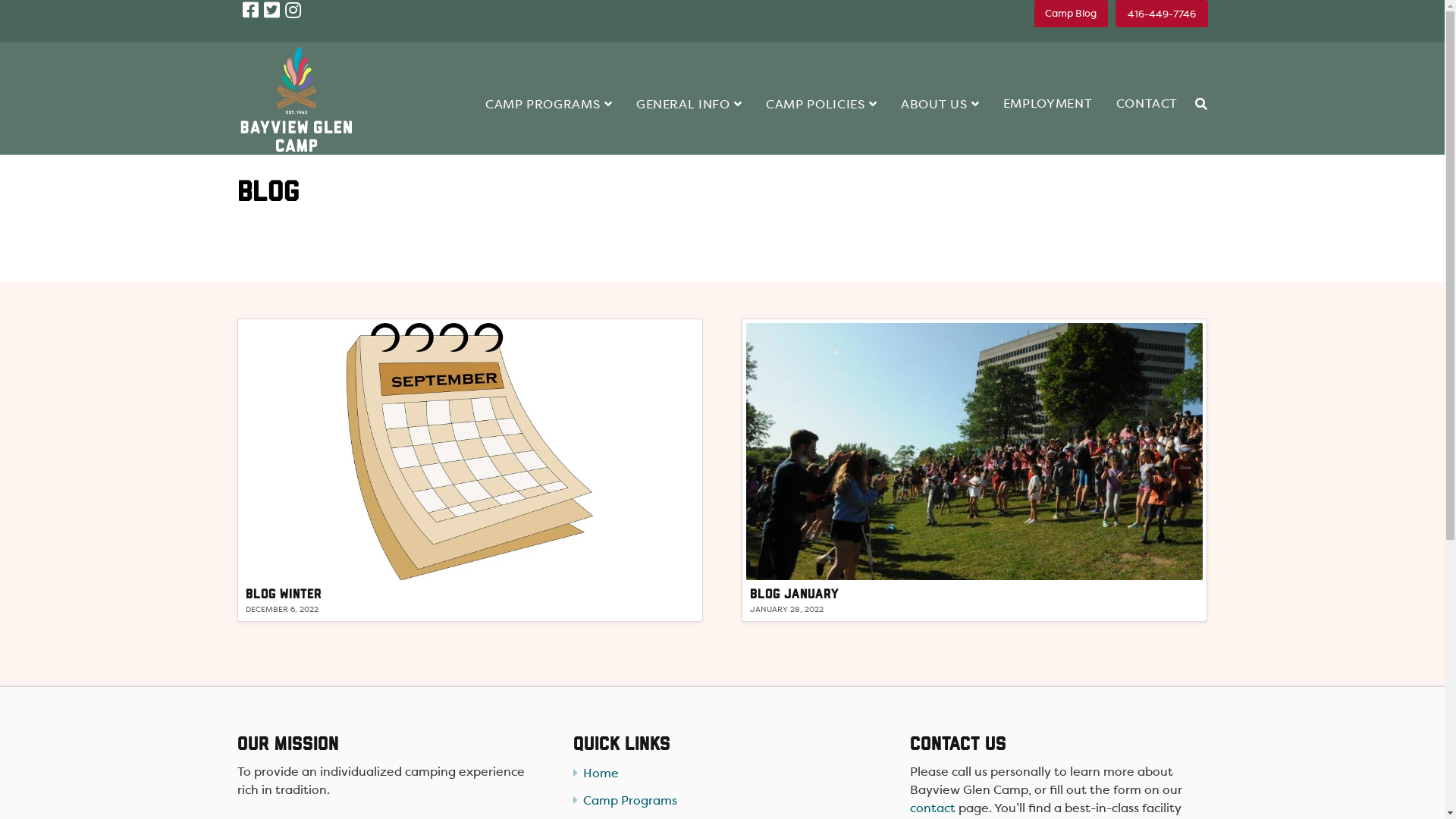 This screenshot has height=819, width=1456. I want to click on 'ABOUT US', so click(901, 76).